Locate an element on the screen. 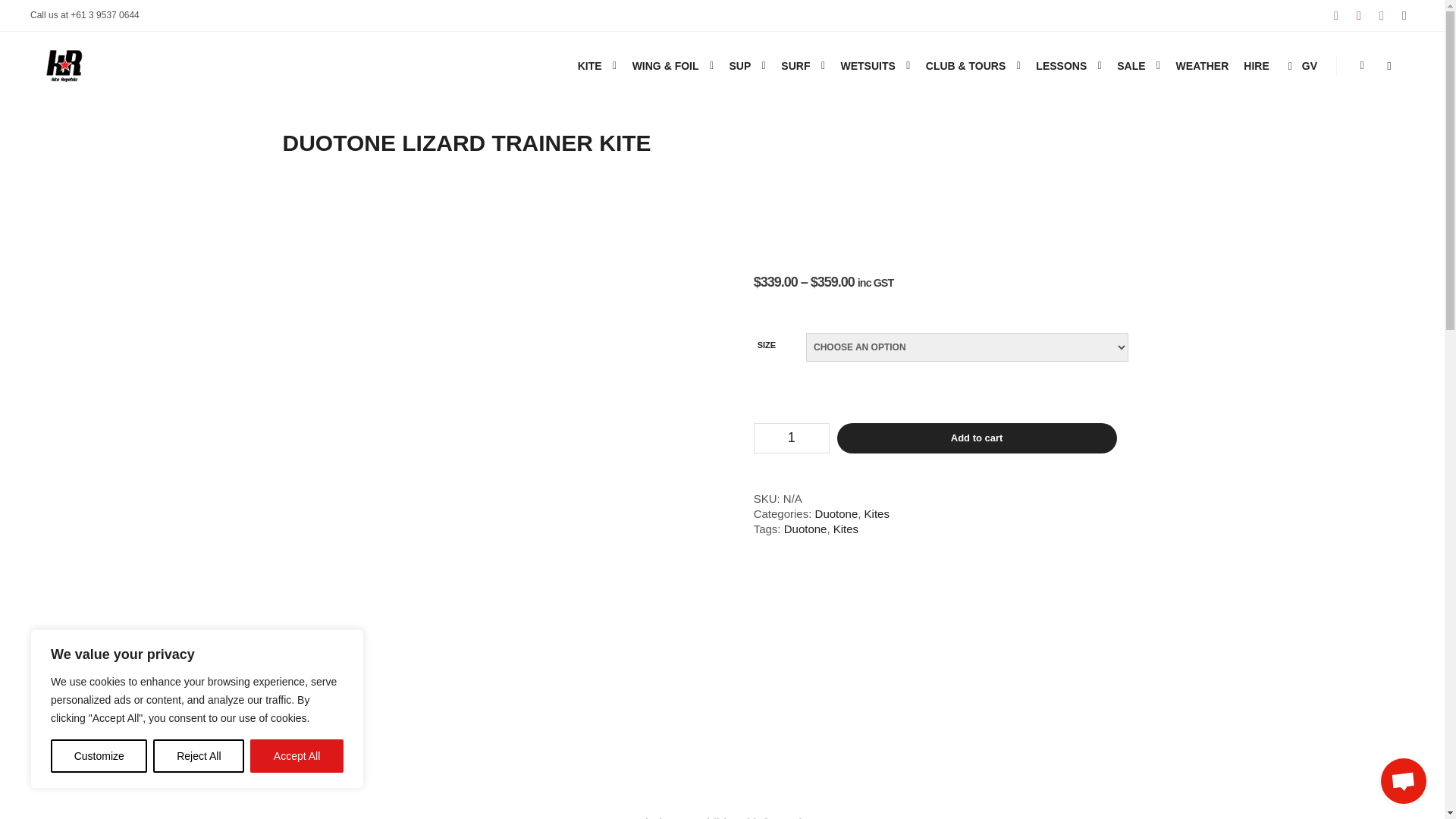 This screenshot has height=819, width=1456. 'Add to cart' is located at coordinates (977, 438).